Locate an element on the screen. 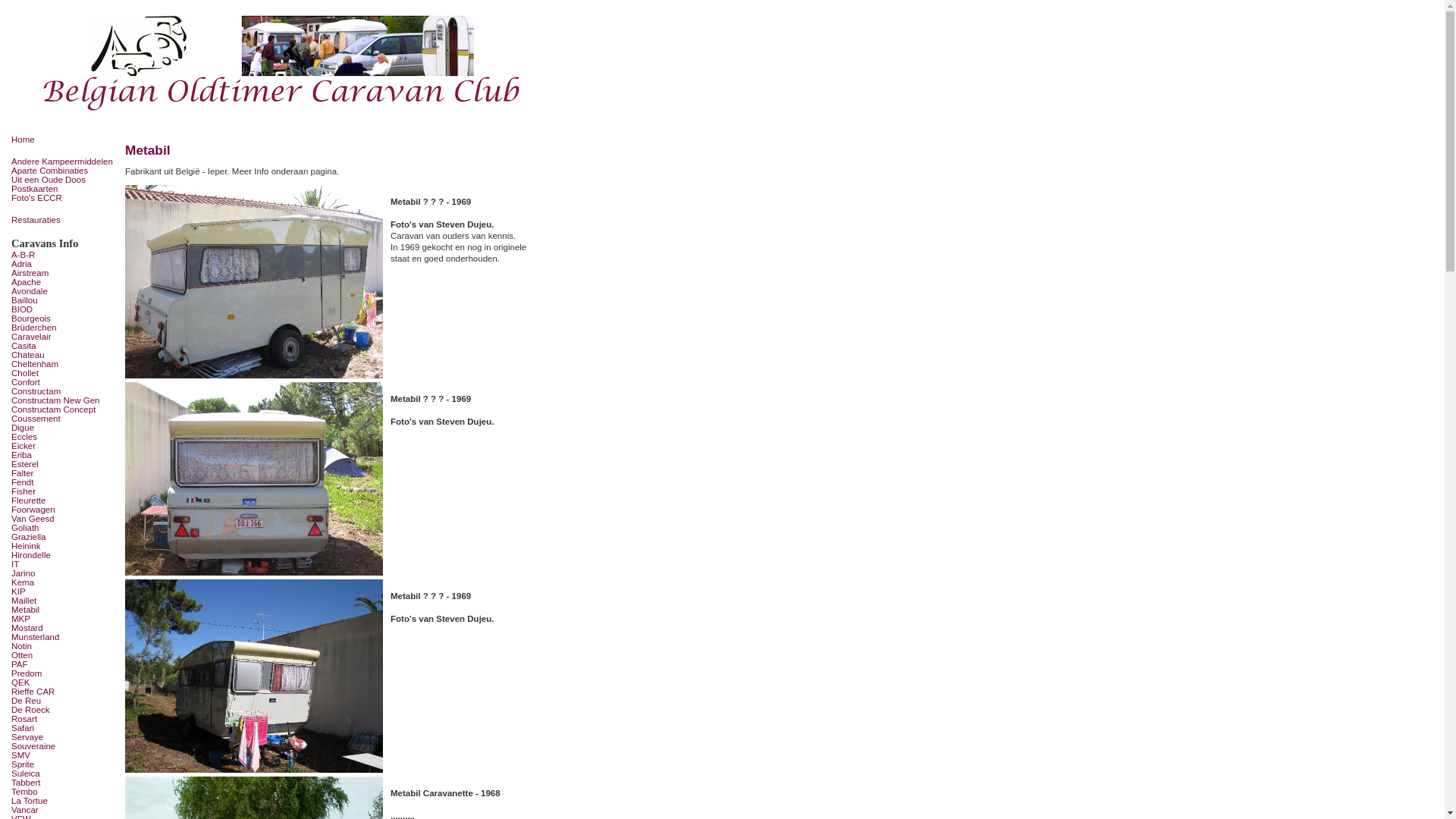  'KIP' is located at coordinates (64, 590).